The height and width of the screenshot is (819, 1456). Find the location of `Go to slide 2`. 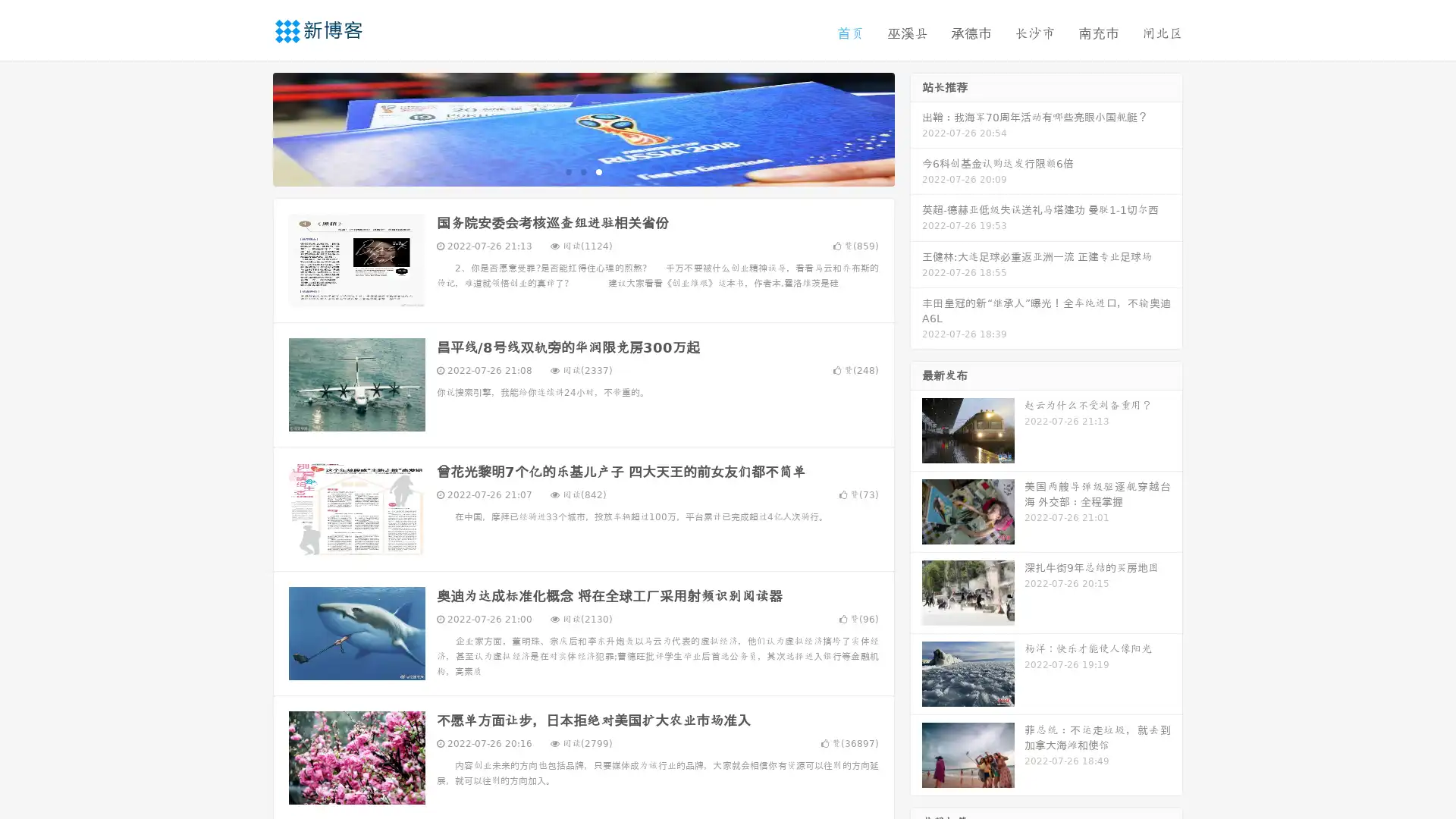

Go to slide 2 is located at coordinates (582, 171).